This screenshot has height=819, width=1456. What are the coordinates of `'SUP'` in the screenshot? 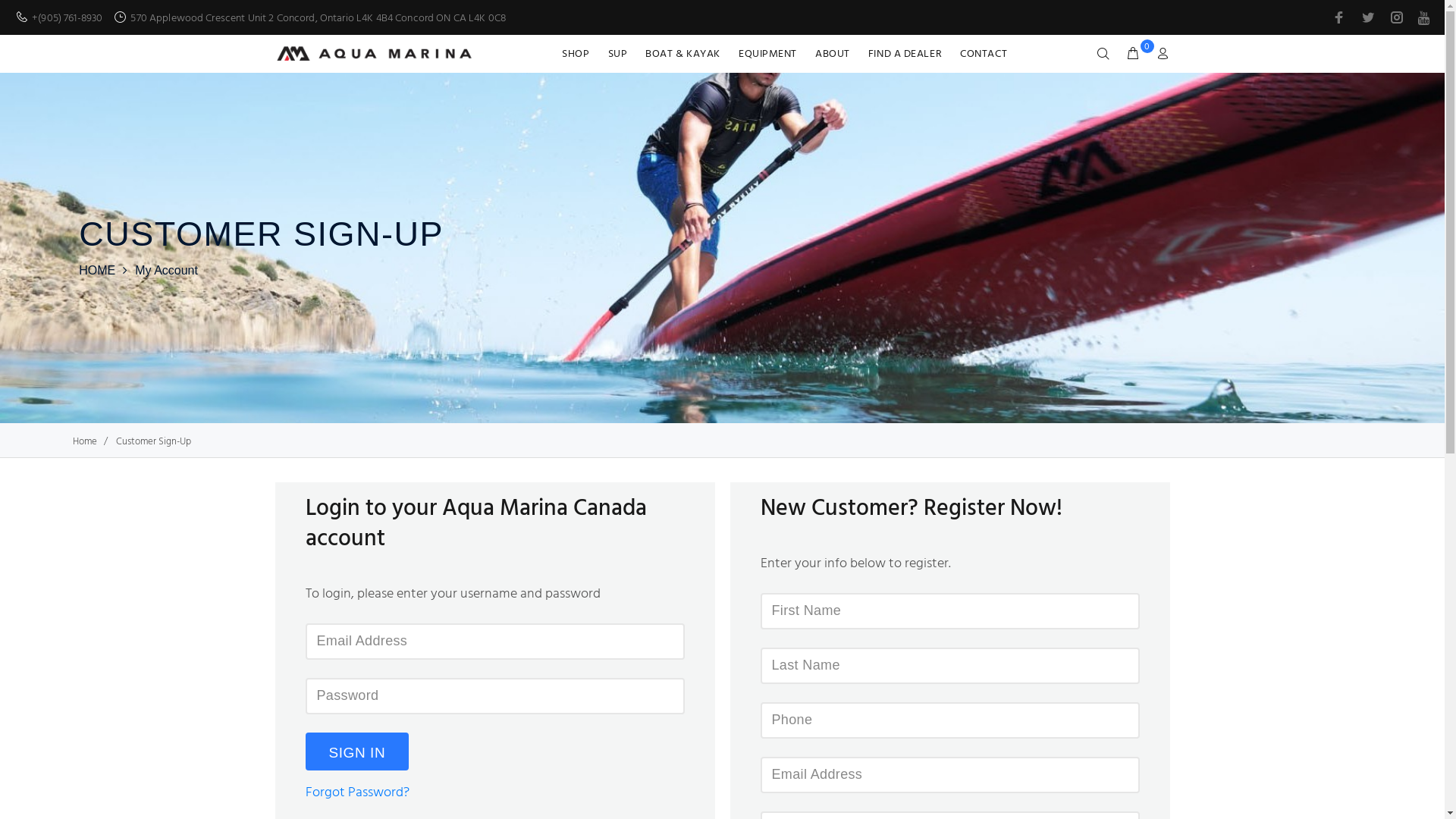 It's located at (618, 52).